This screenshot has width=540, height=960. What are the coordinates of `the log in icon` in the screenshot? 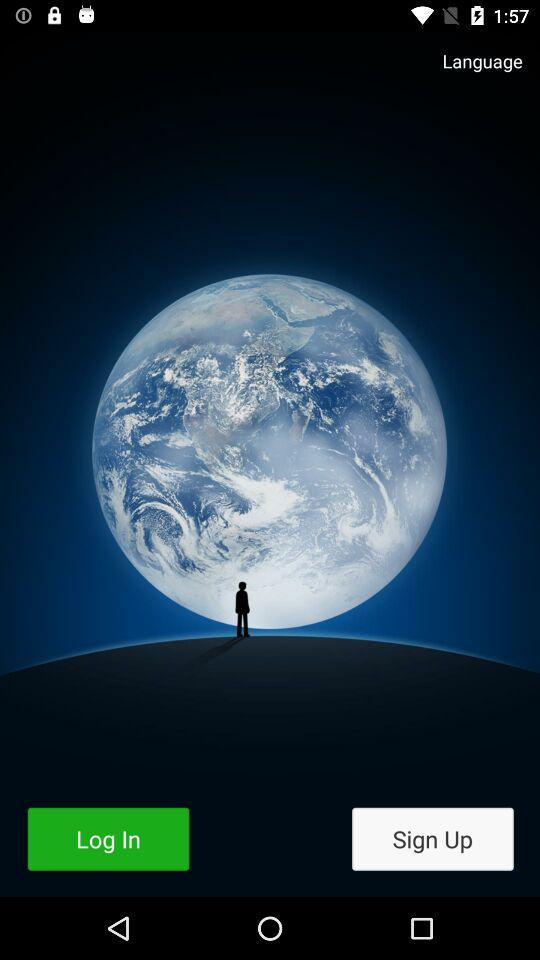 It's located at (108, 839).